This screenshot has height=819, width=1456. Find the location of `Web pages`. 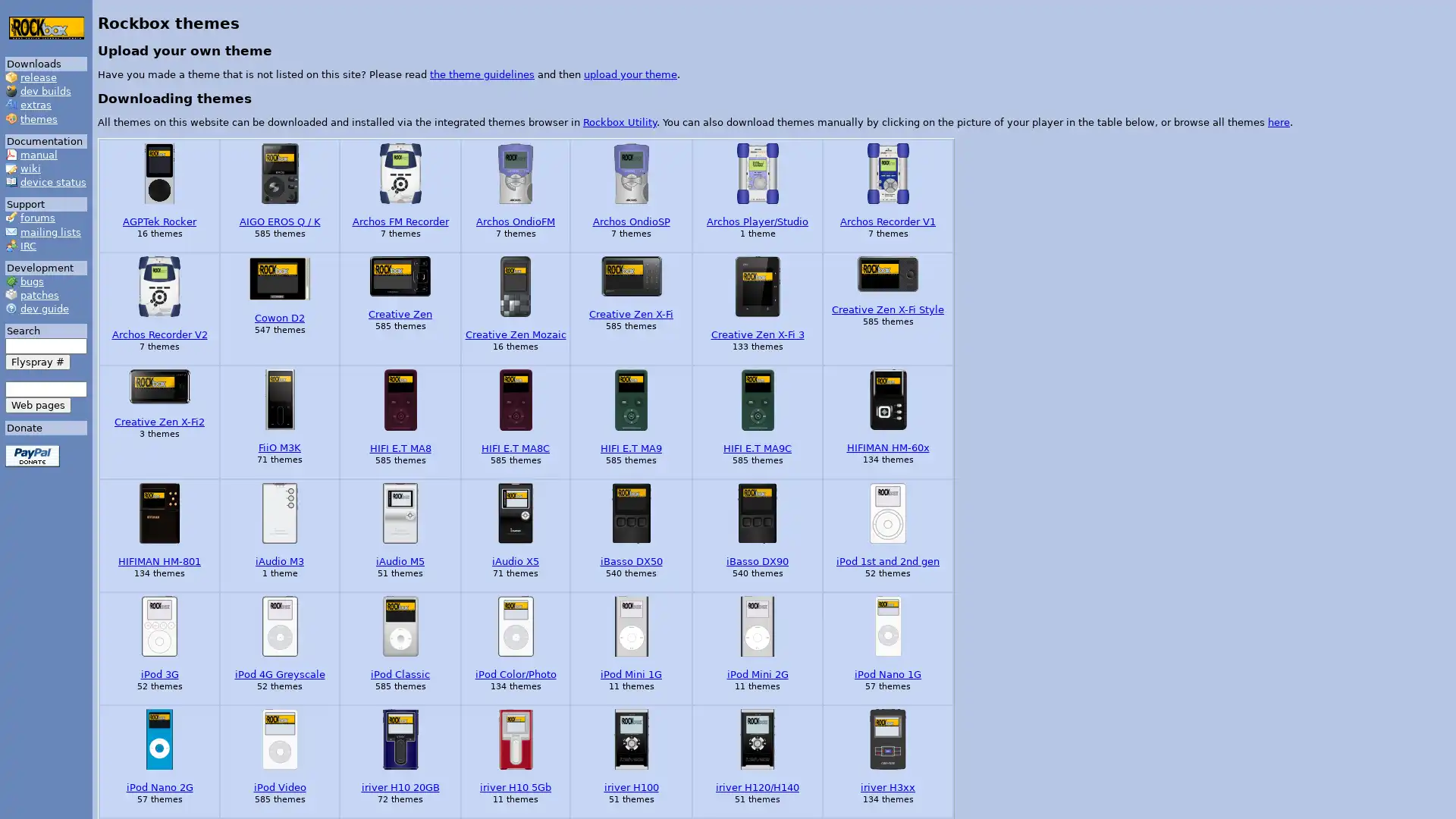

Web pages is located at coordinates (38, 404).